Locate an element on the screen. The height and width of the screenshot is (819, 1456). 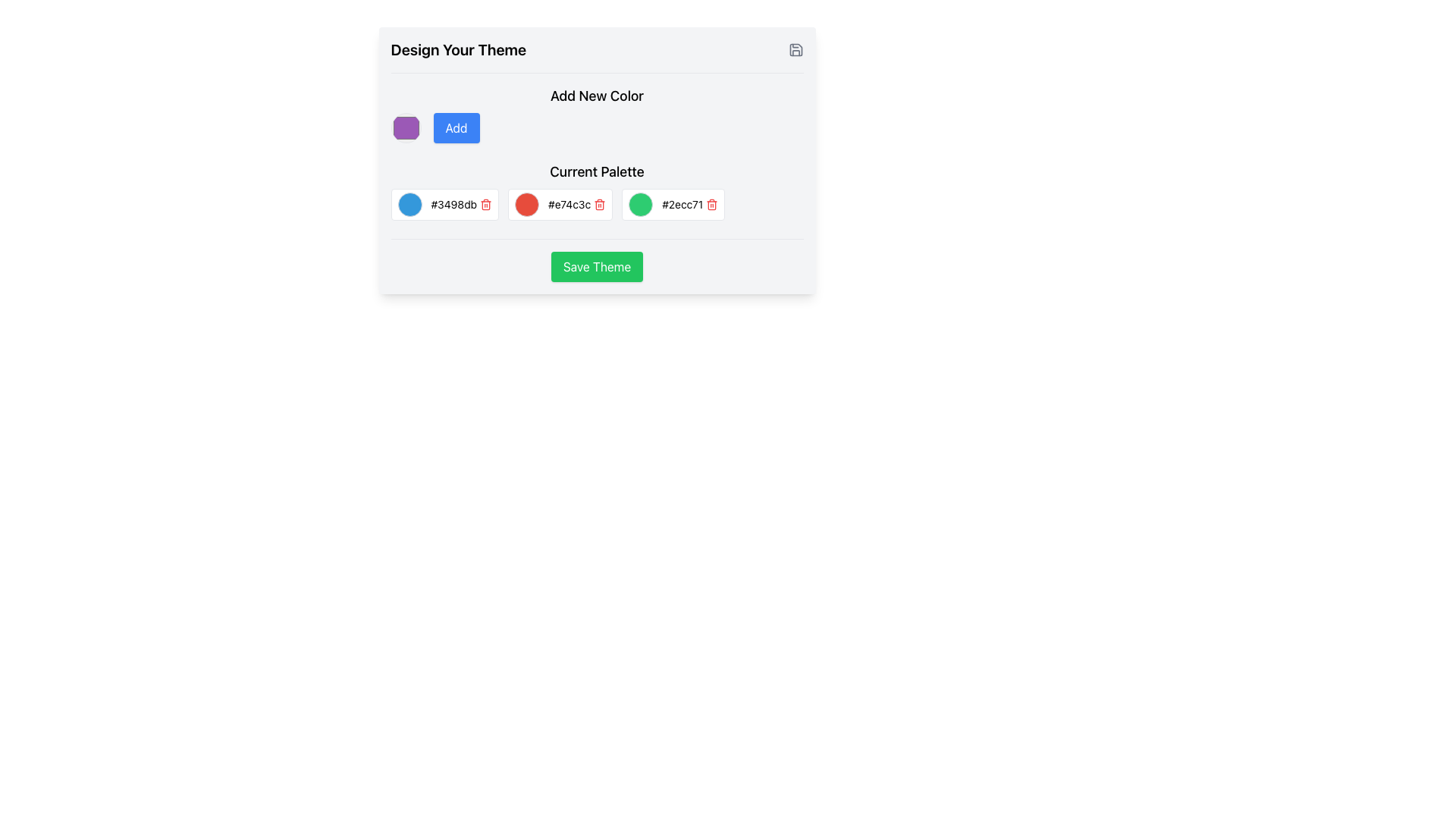
the 'Add New Color' button located near the top-left section of the interface, to the right of a circular purple element is located at coordinates (455, 127).